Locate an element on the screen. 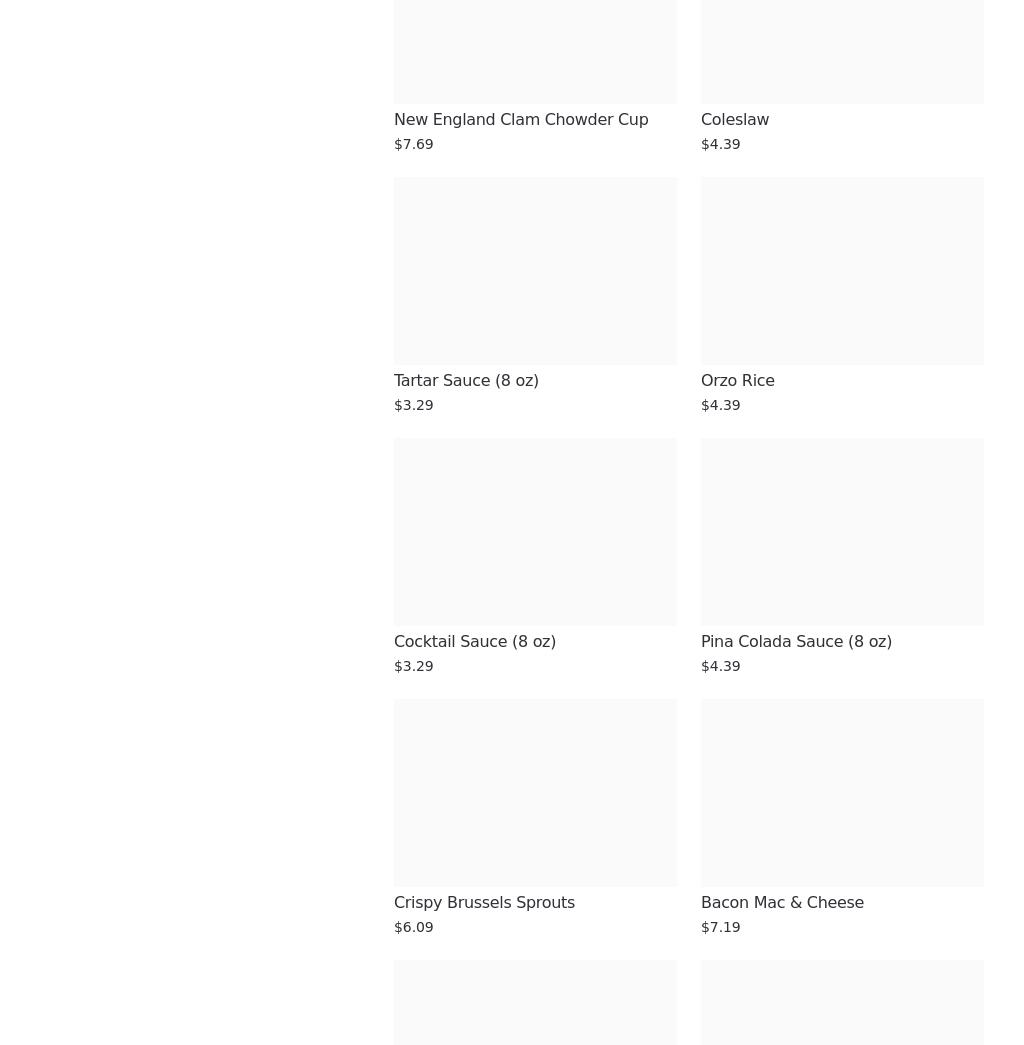 The width and height of the screenshot is (1024, 1045). 'Cocktail Sauce (8 oz)' is located at coordinates (474, 641).